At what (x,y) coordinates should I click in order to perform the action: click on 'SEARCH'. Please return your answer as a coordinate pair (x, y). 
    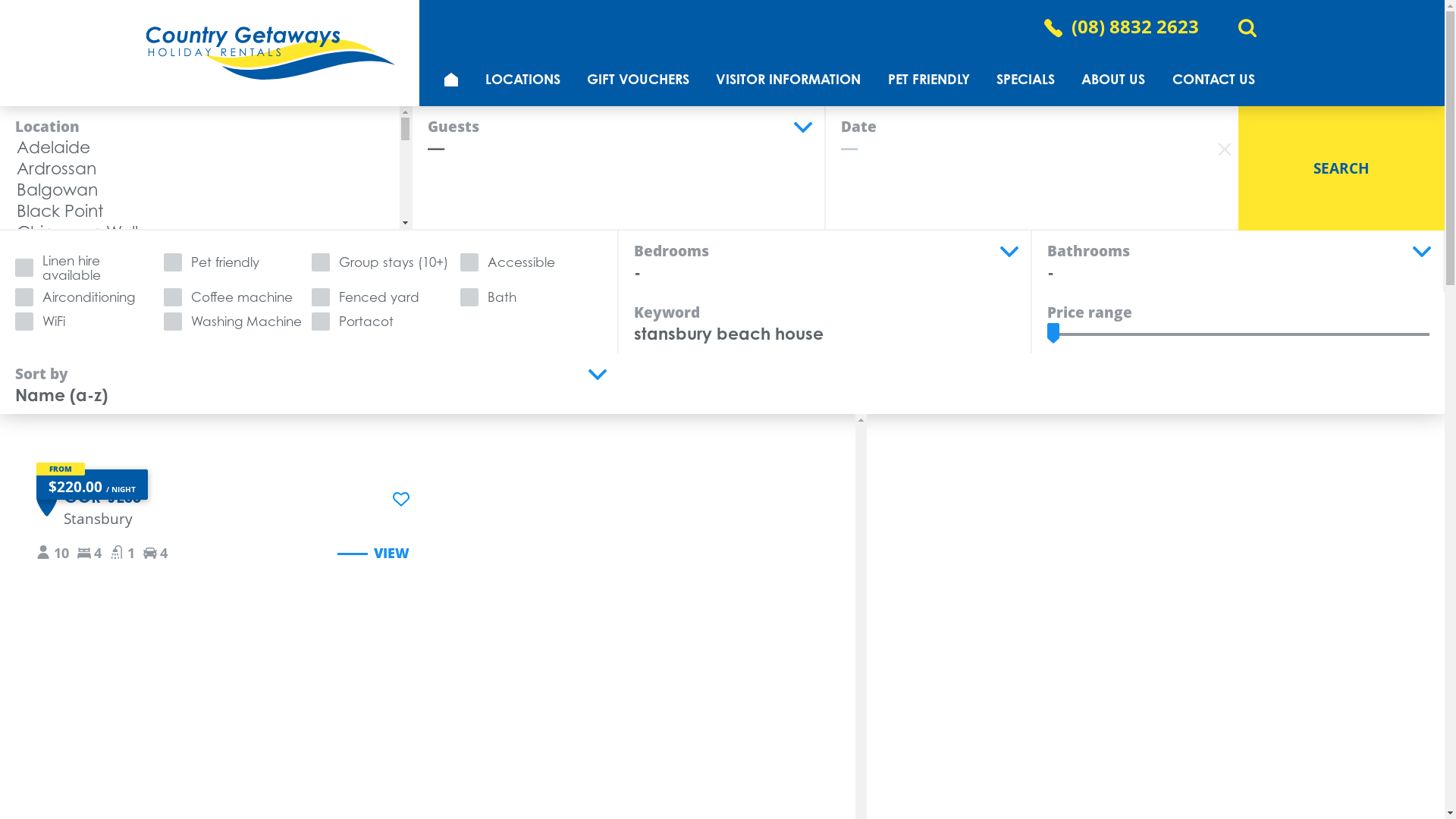
    Looking at the image, I should click on (1341, 168).